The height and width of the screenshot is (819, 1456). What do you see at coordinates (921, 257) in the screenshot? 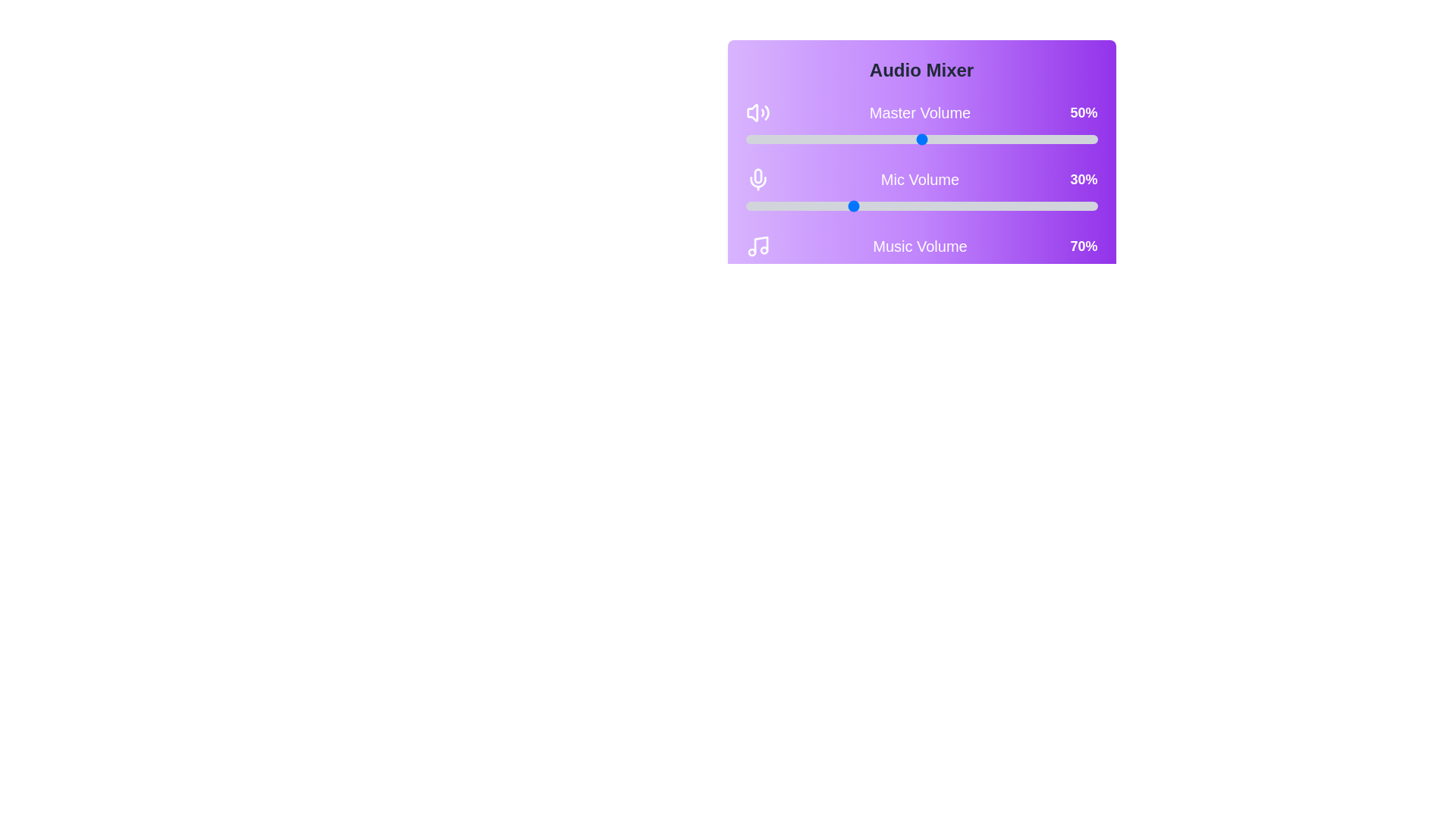
I see `the volume information of the Volume control display section, which shows 'Music Volume' and '70%' over a purple gradient background` at bounding box center [921, 257].